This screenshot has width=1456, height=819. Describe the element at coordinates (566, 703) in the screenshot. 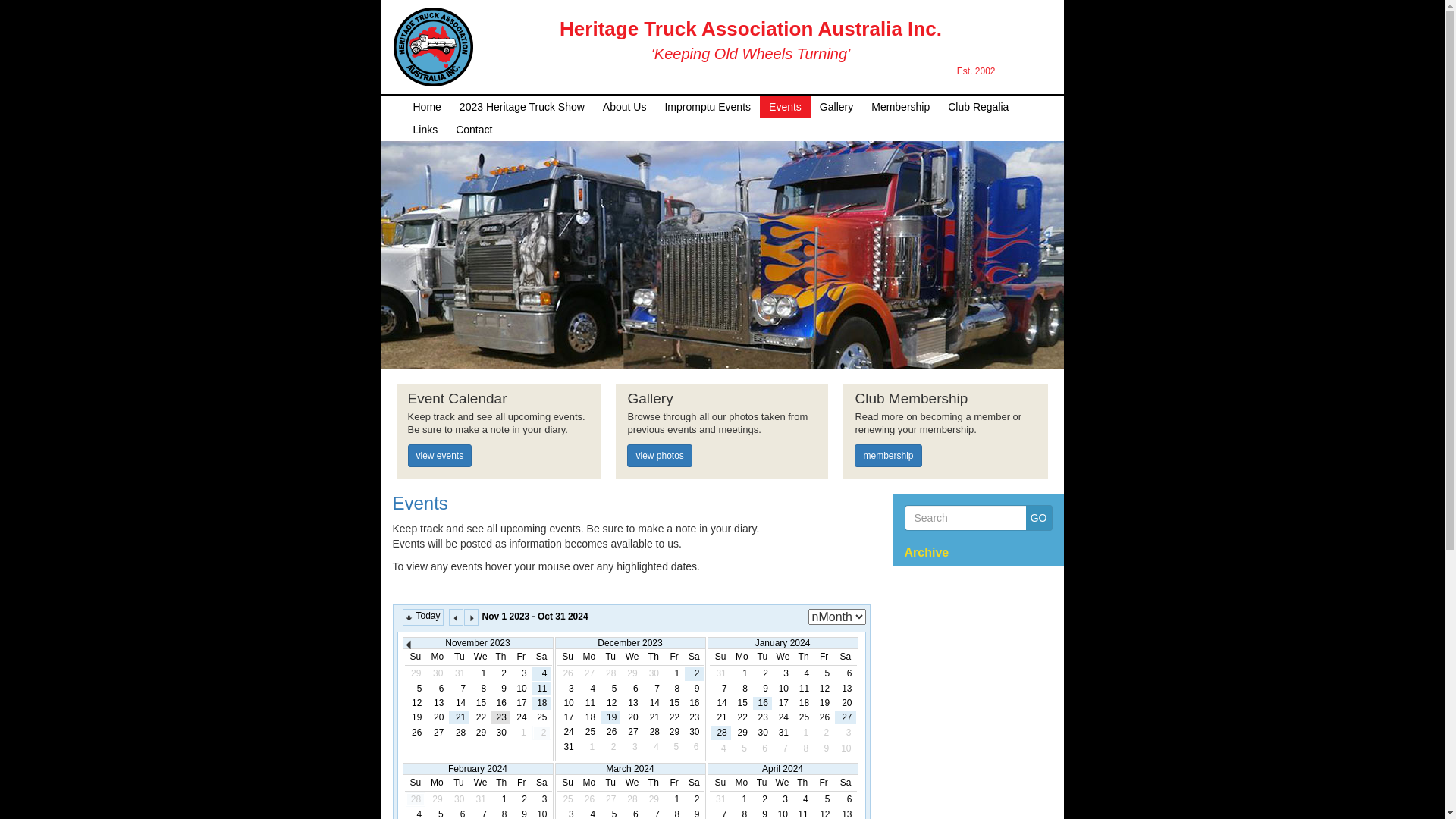

I see `'10'` at that location.